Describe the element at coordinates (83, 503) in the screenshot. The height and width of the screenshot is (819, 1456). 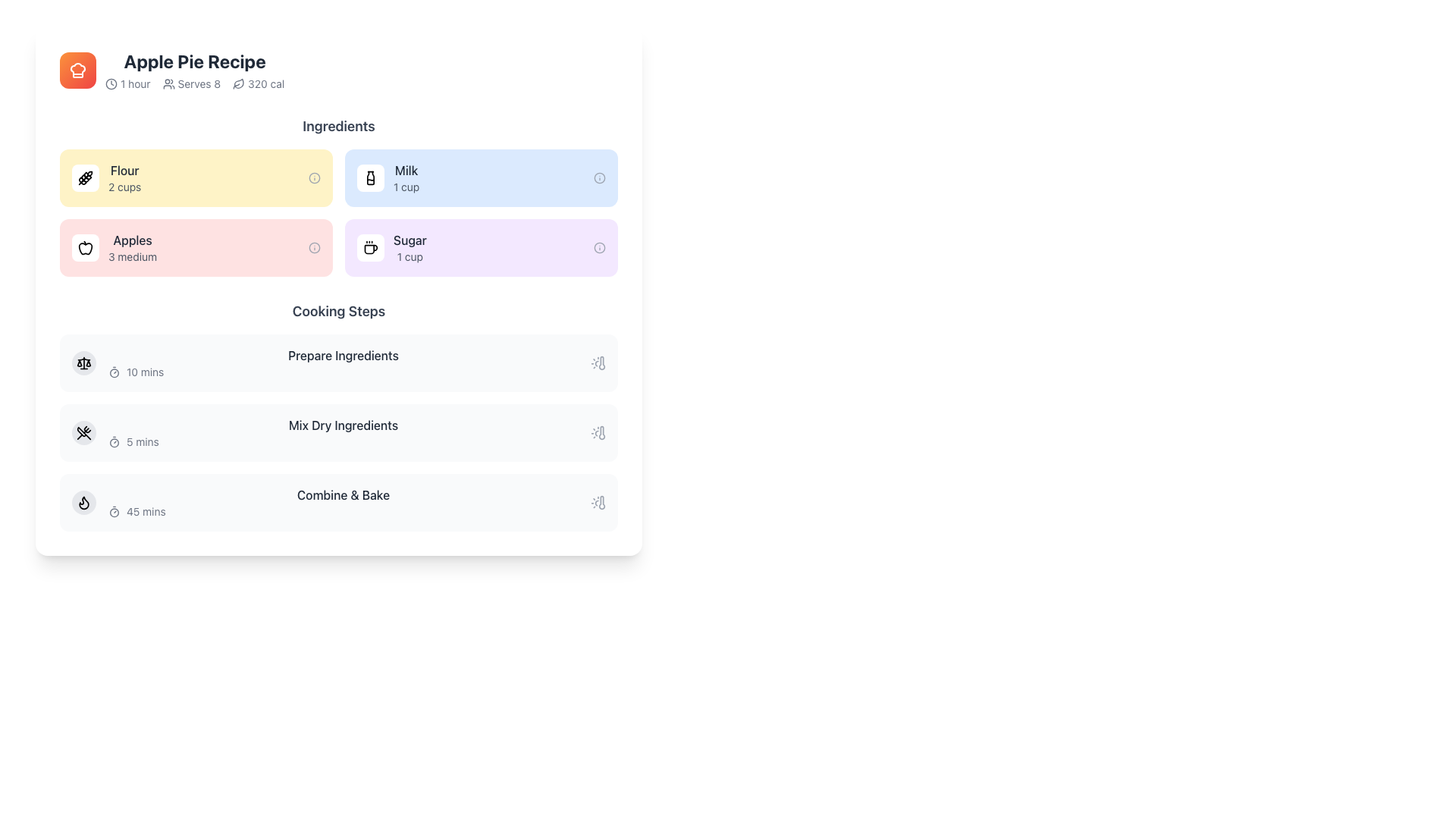
I see `the circular icon with a flame symbol inside` at that location.